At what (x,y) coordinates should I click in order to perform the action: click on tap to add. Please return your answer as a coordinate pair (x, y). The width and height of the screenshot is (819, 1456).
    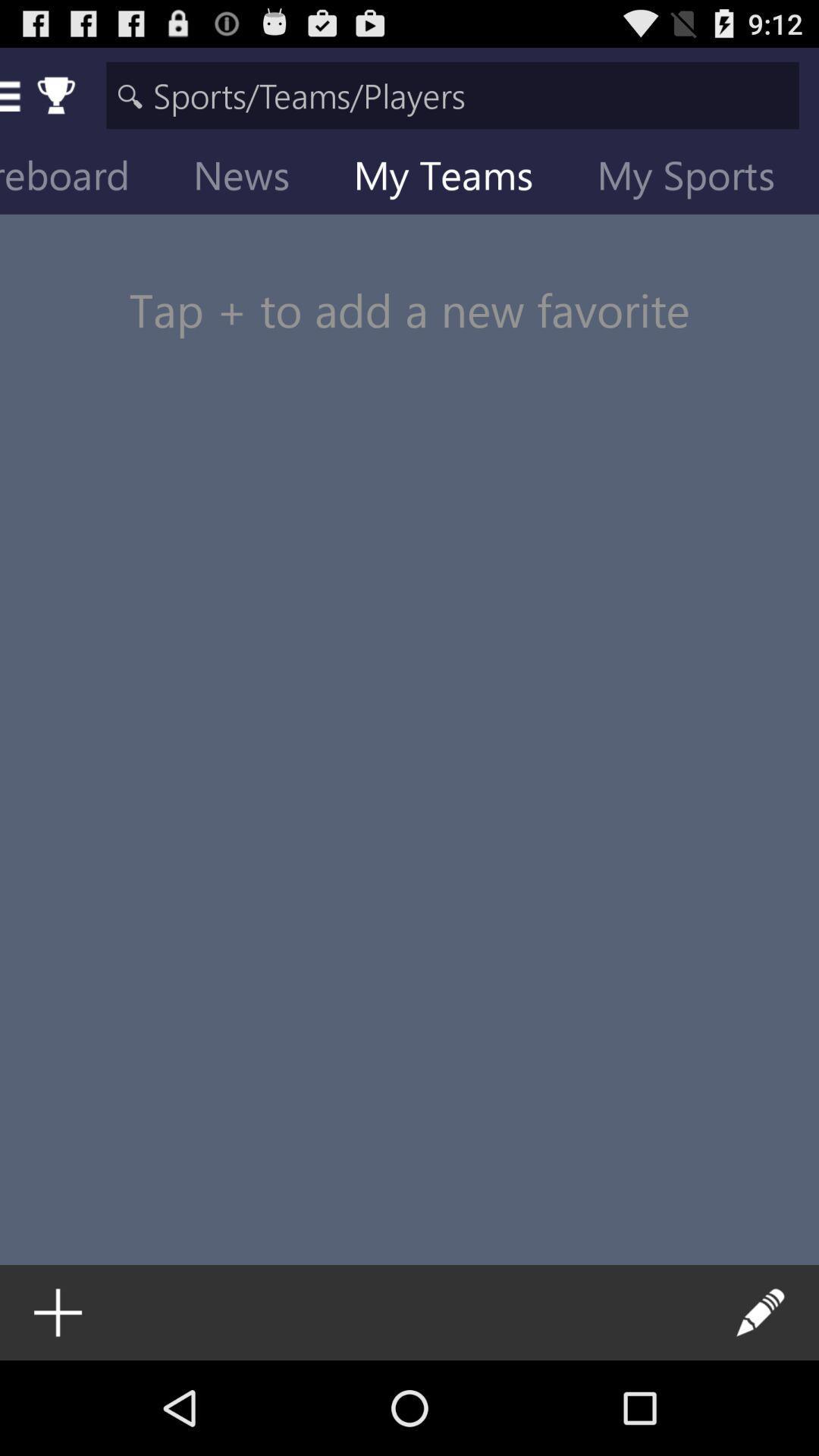
    Looking at the image, I should click on (409, 281).